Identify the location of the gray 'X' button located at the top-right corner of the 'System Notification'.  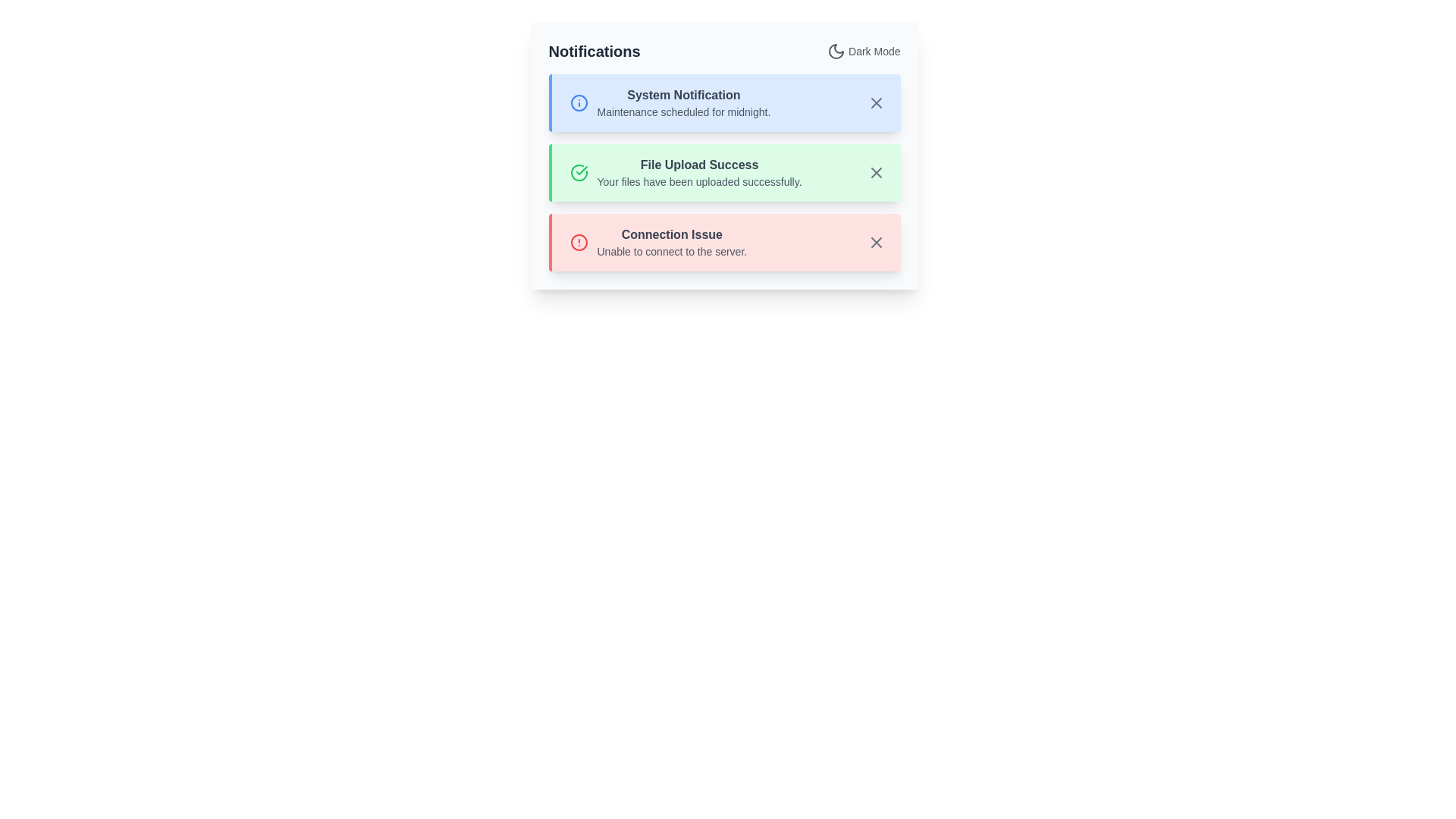
(876, 102).